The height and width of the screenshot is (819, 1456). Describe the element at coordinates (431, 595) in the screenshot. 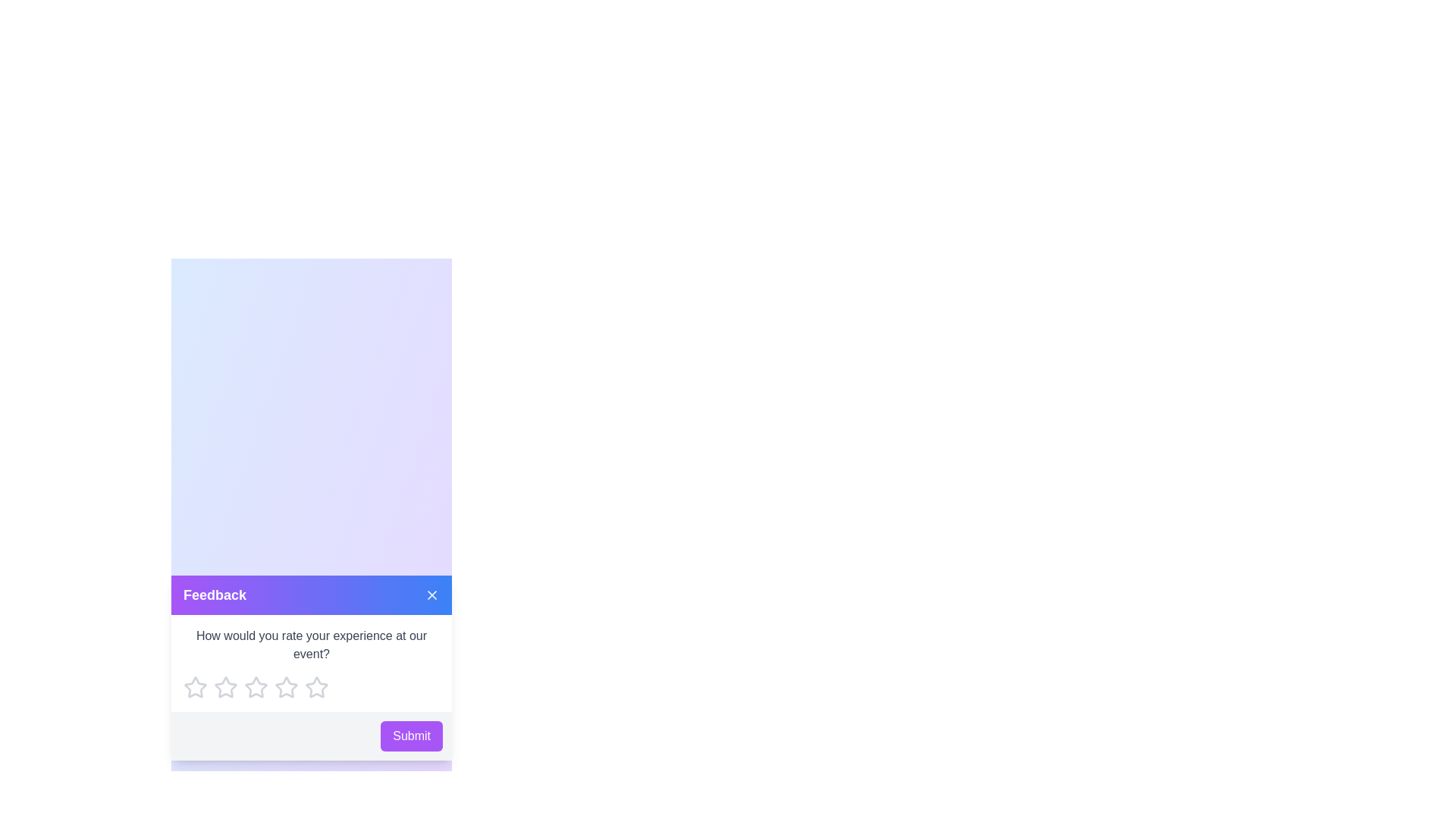

I see `the small 'X' icon with a gradient background in the top-right corner of the 'Feedback' banner` at that location.